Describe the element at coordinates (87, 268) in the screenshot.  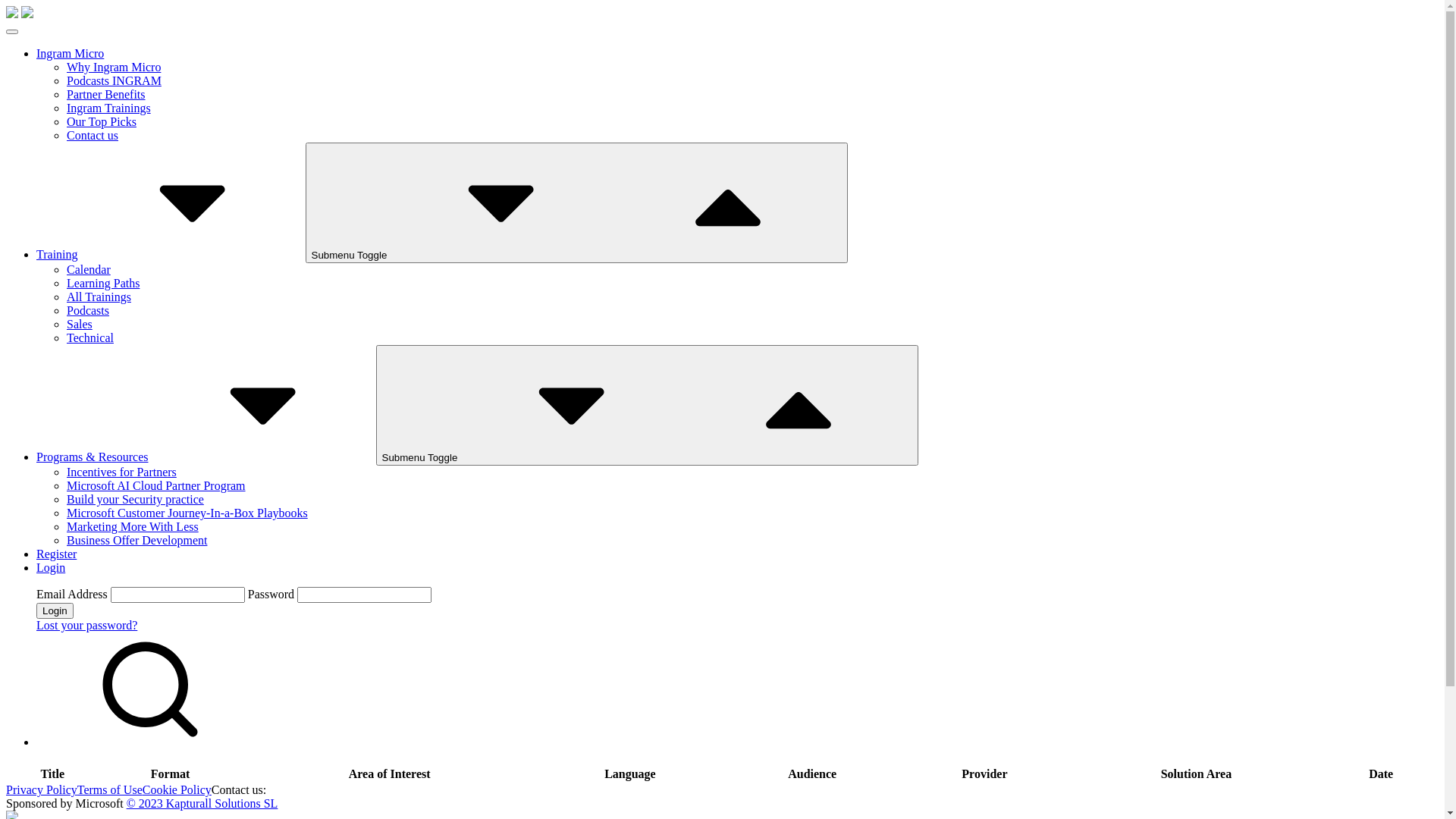
I see `'Calendar'` at that location.